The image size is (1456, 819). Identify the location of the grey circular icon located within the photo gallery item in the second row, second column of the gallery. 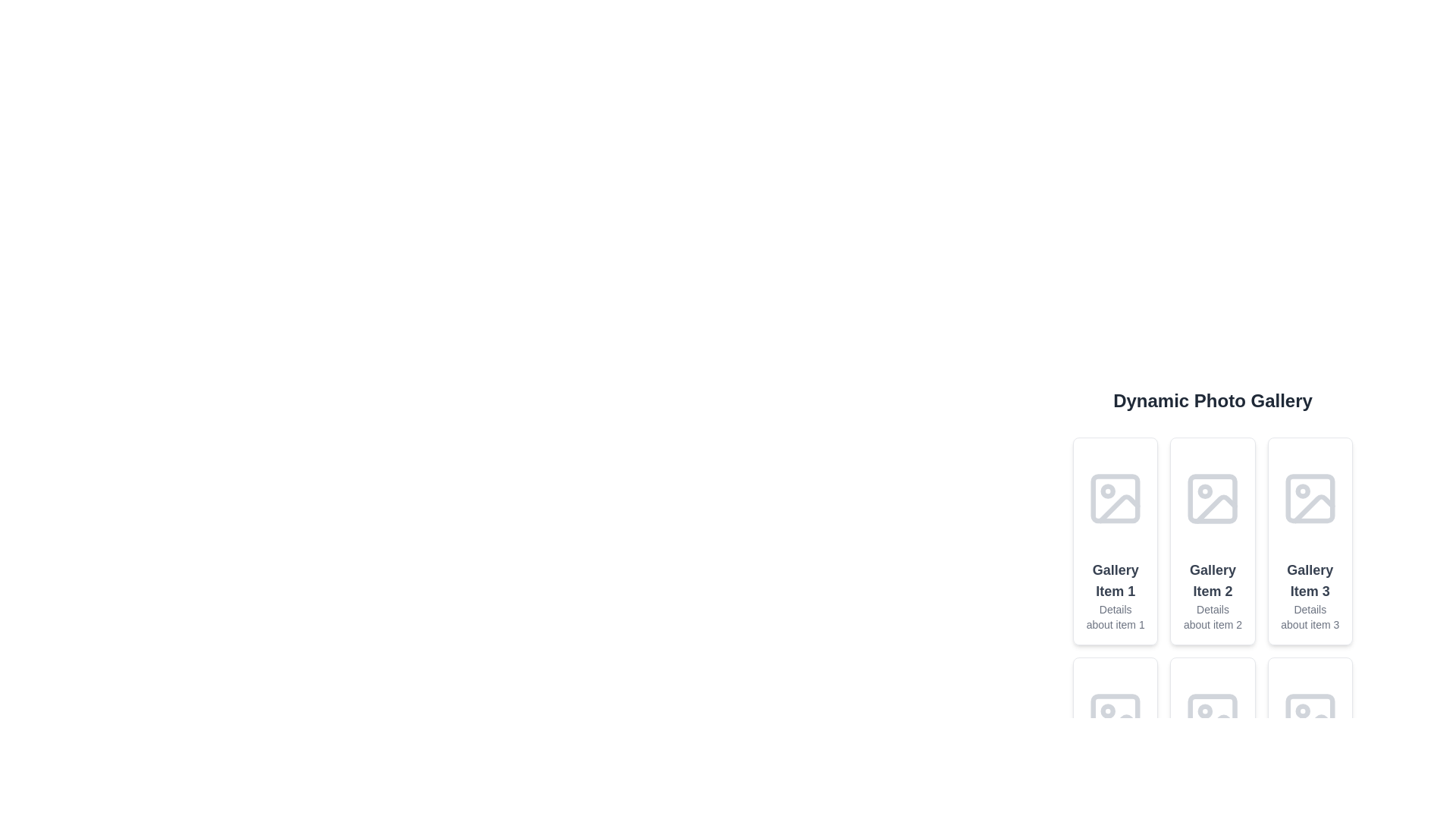
(1204, 711).